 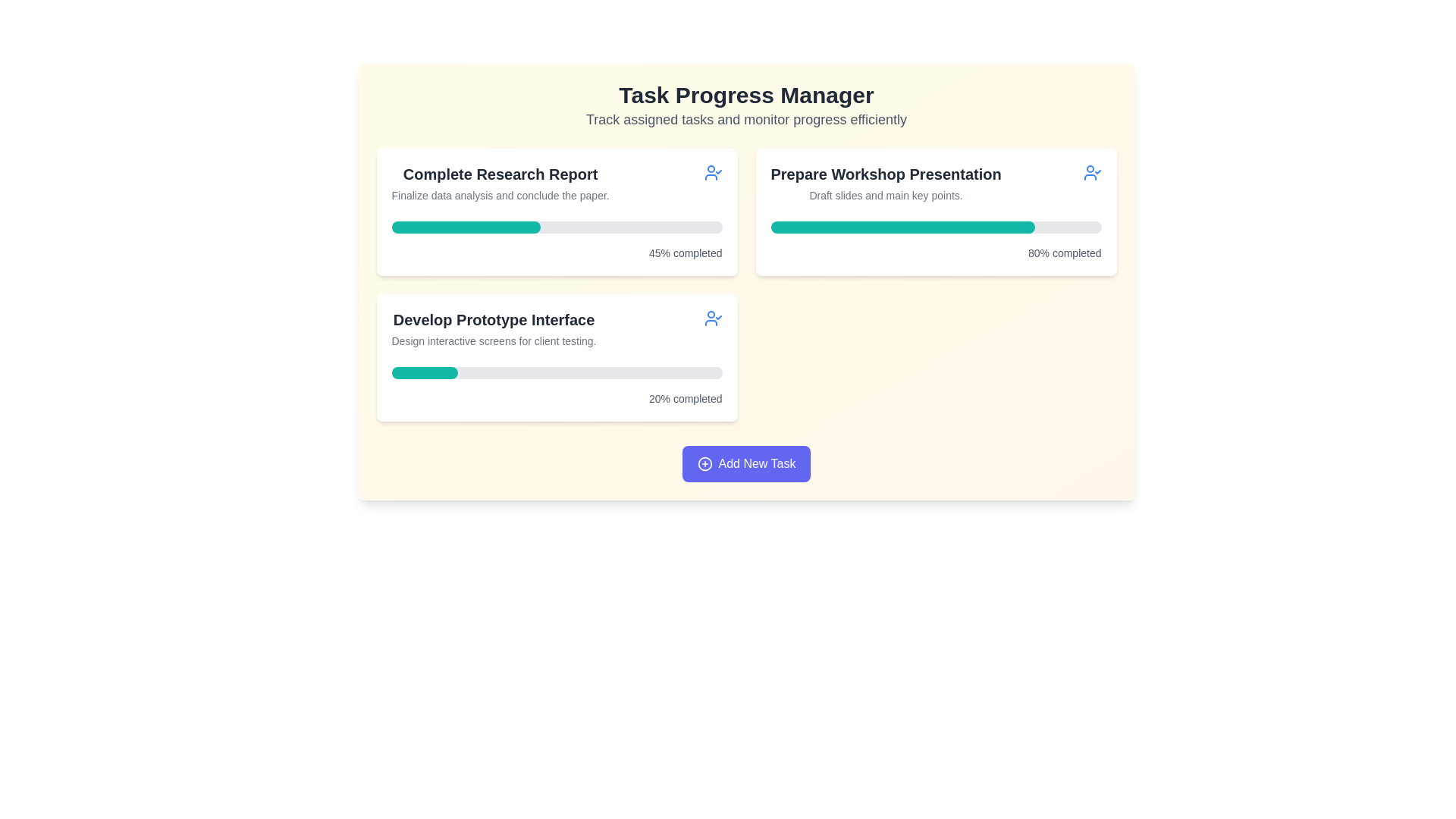 I want to click on the teal segment of the progress bar in the card titled 'Prepare Workshop Presentation', which is located at the center-right of the layout, so click(x=902, y=227).